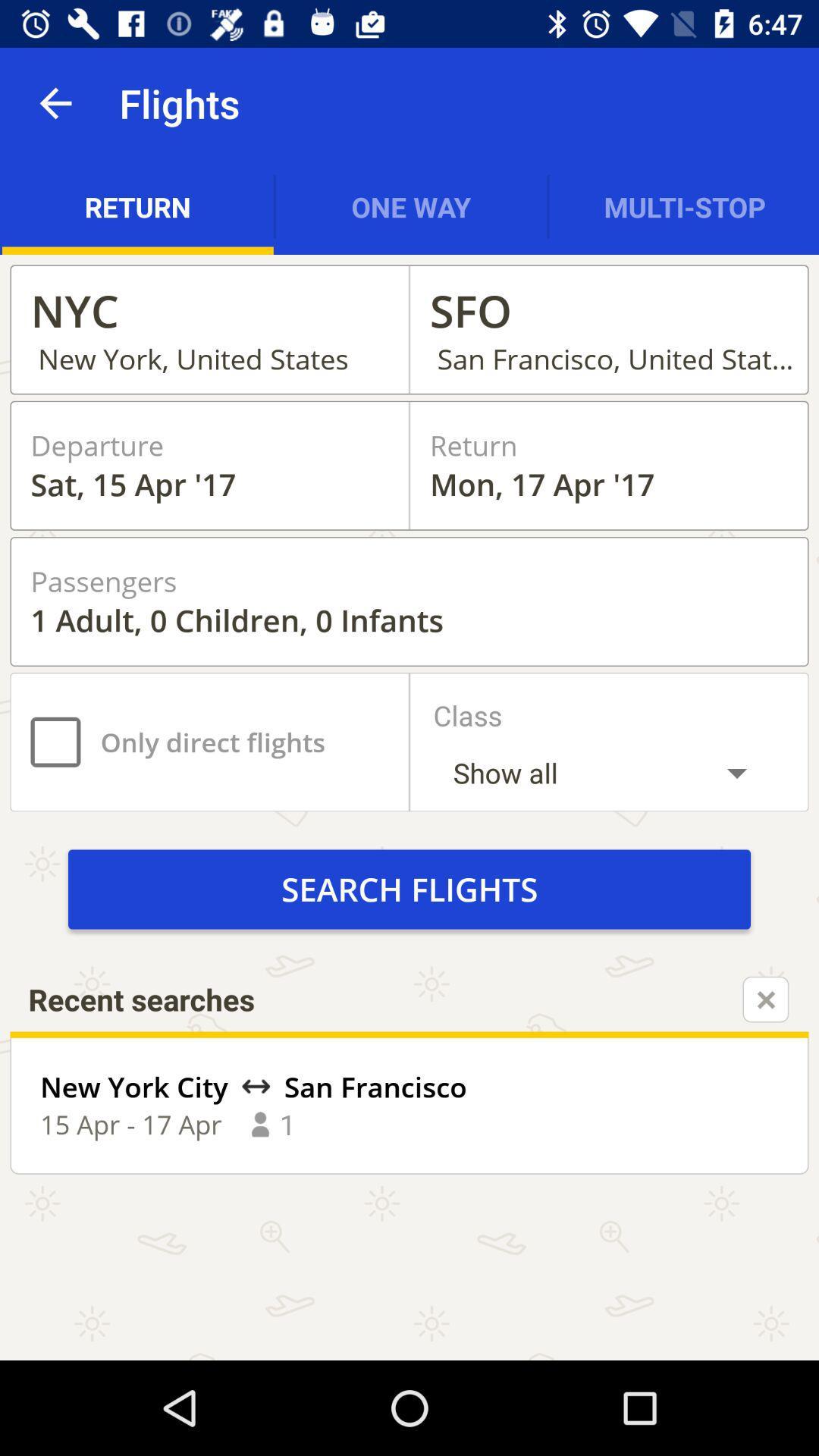  Describe the element at coordinates (765, 999) in the screenshot. I see `the close icon` at that location.